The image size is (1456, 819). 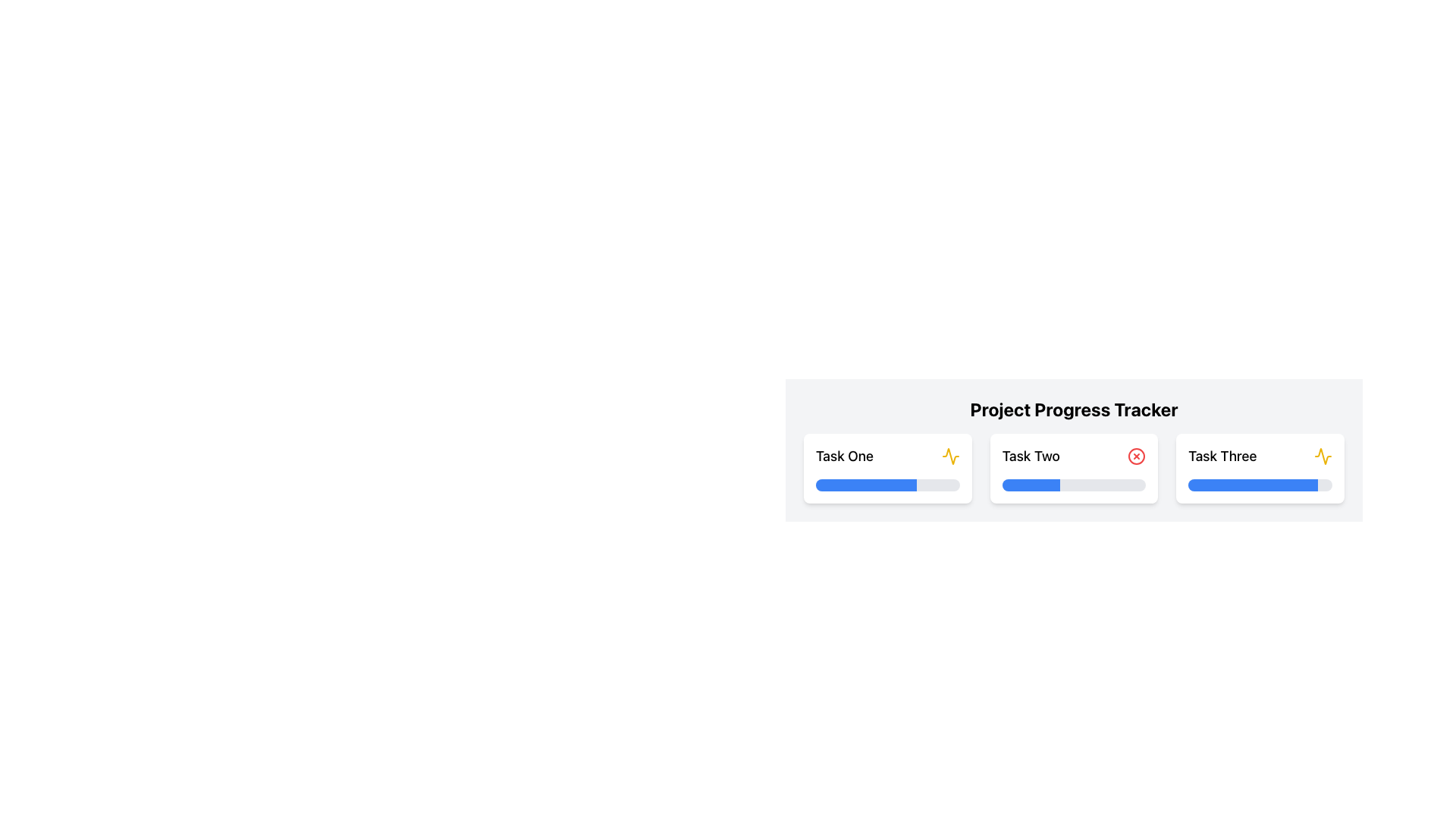 I want to click on the 'Task Two' card in the 'Project Progress Tracker', so click(x=1073, y=467).